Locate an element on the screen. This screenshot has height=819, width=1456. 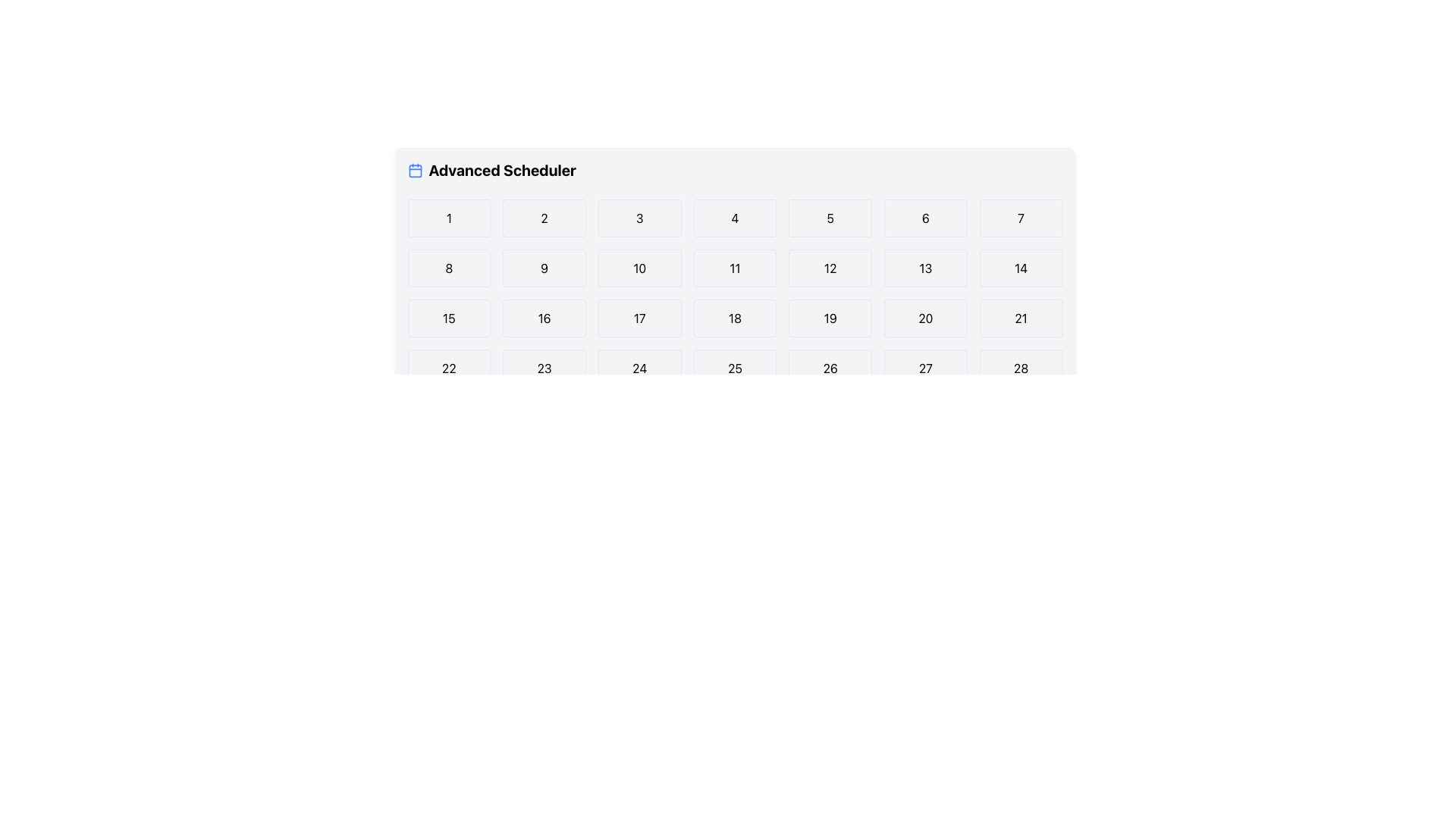
the button that represents the selectable date '15' in the grid layout, located in the third row and first column below the label 'Advanced Scheduler' to change its background color is located at coordinates (448, 318).